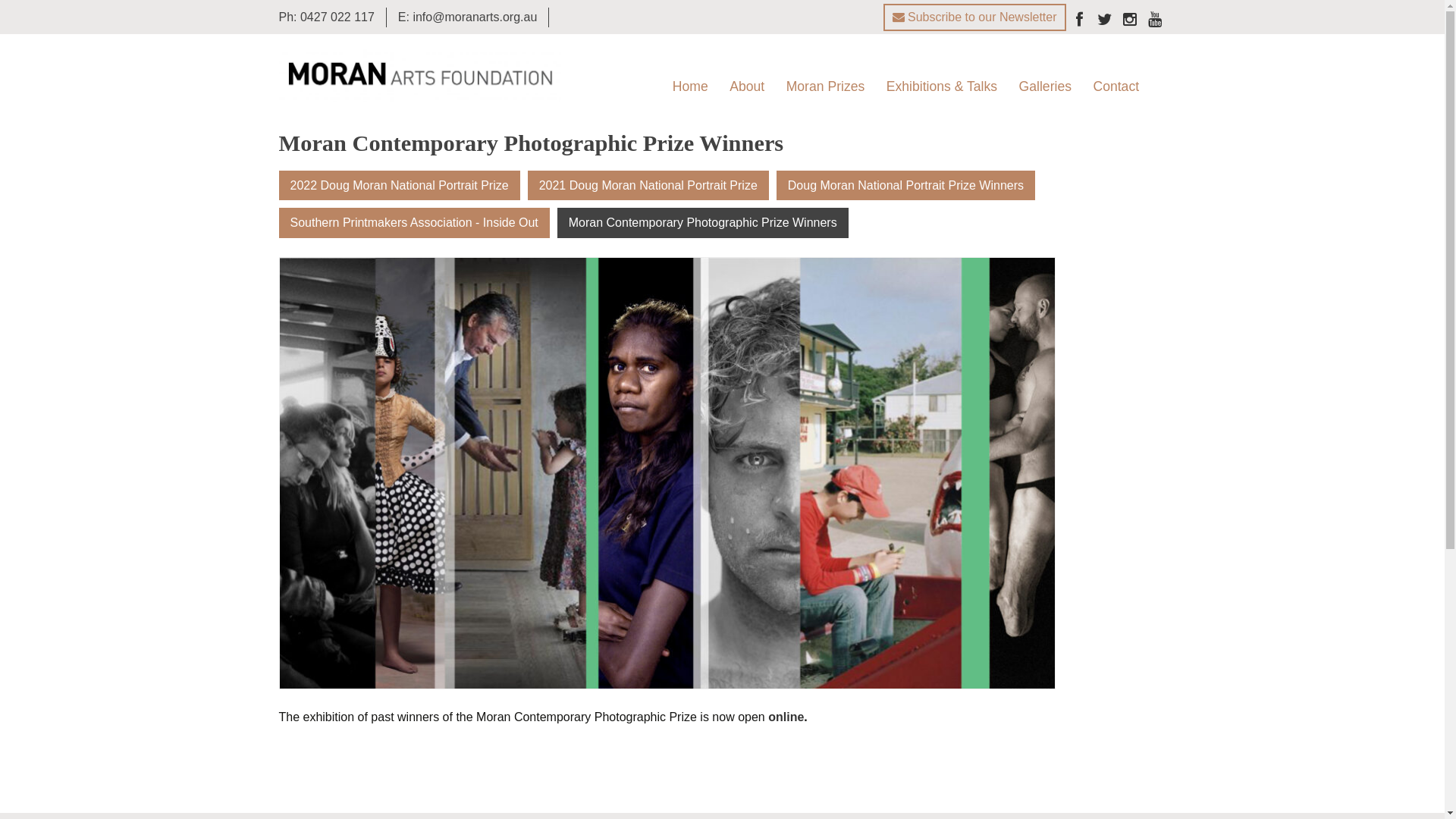 Image resolution: width=1456 pixels, height=819 pixels. I want to click on 'Contact', so click(1083, 86).